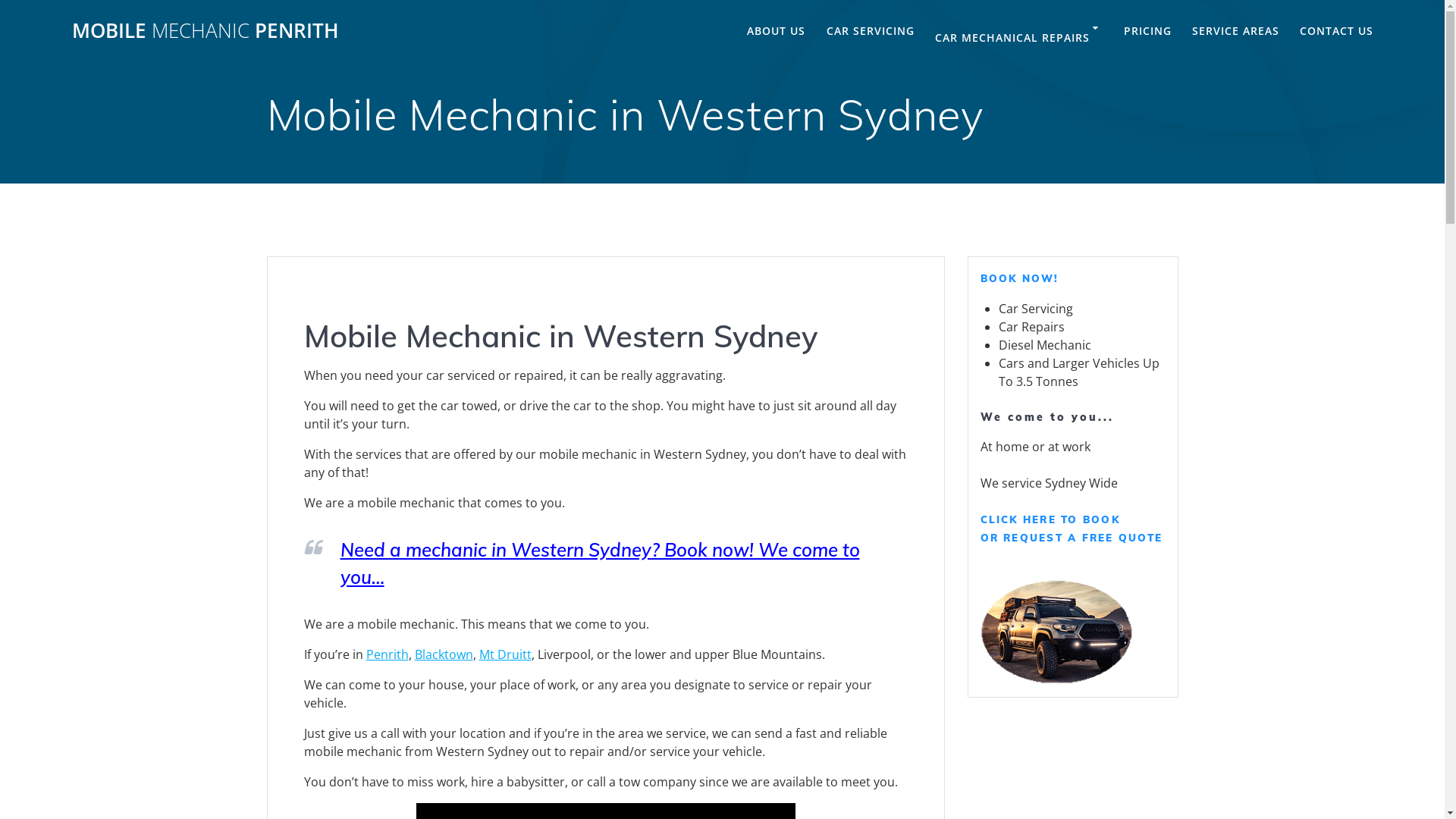  What do you see at coordinates (204, 31) in the screenshot?
I see `'MOBILE MECHANIC PENRITH'` at bounding box center [204, 31].